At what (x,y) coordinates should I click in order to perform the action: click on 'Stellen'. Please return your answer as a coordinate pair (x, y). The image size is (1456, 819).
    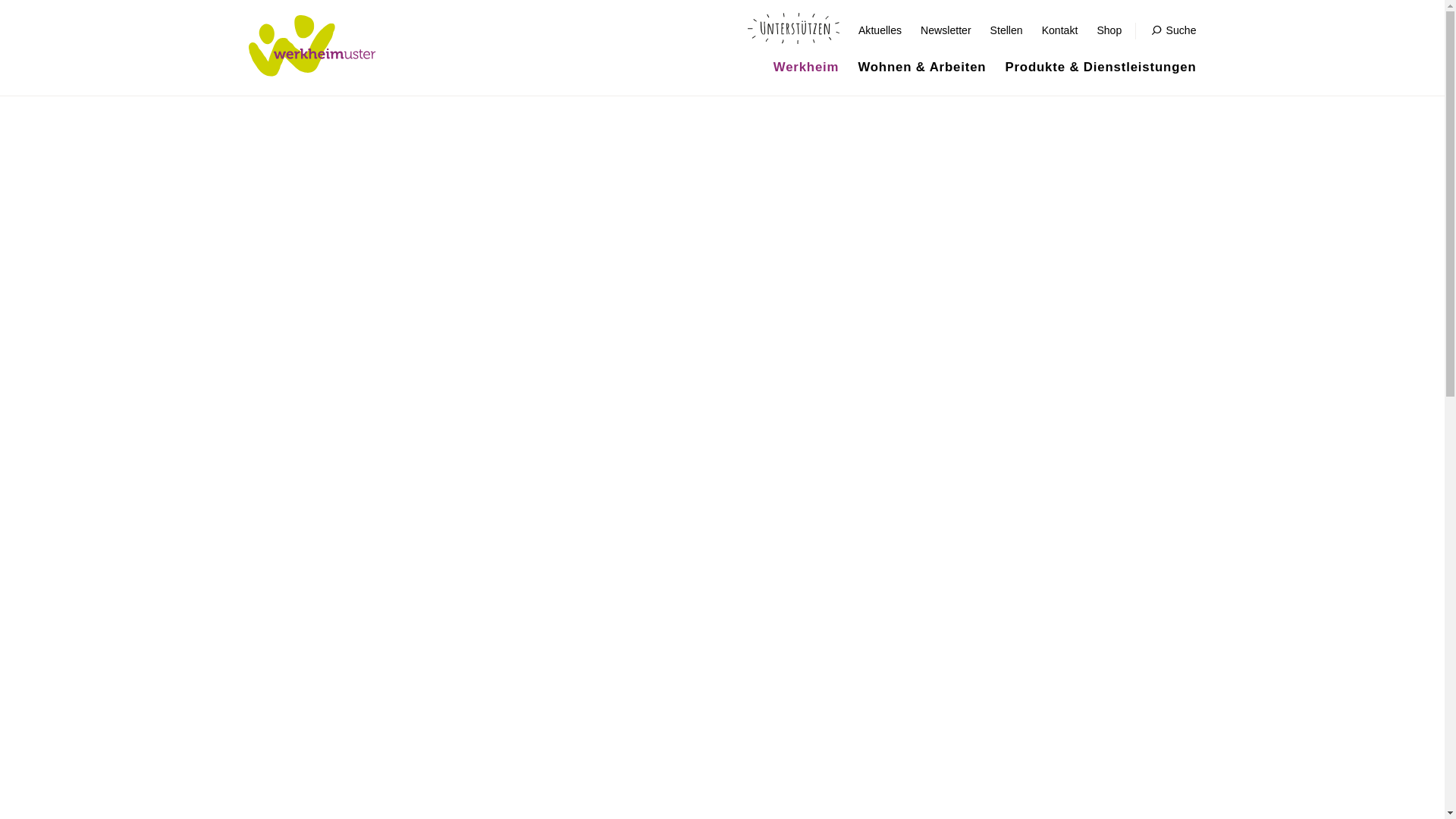
    Looking at the image, I should click on (990, 30).